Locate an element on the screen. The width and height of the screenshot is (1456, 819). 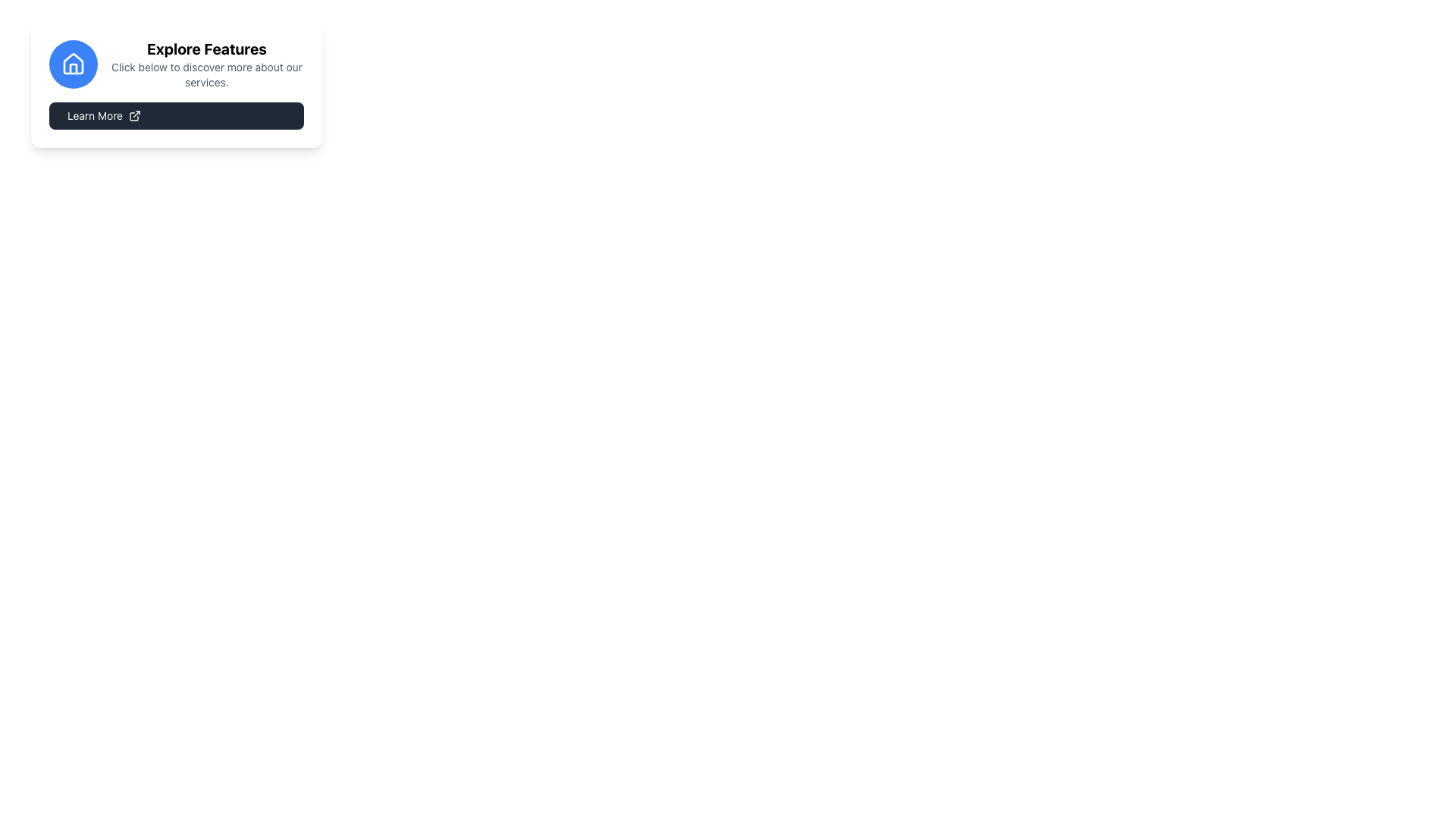
the 'home' icon located in the blue circular area at the top left corner of the card component is located at coordinates (72, 63).